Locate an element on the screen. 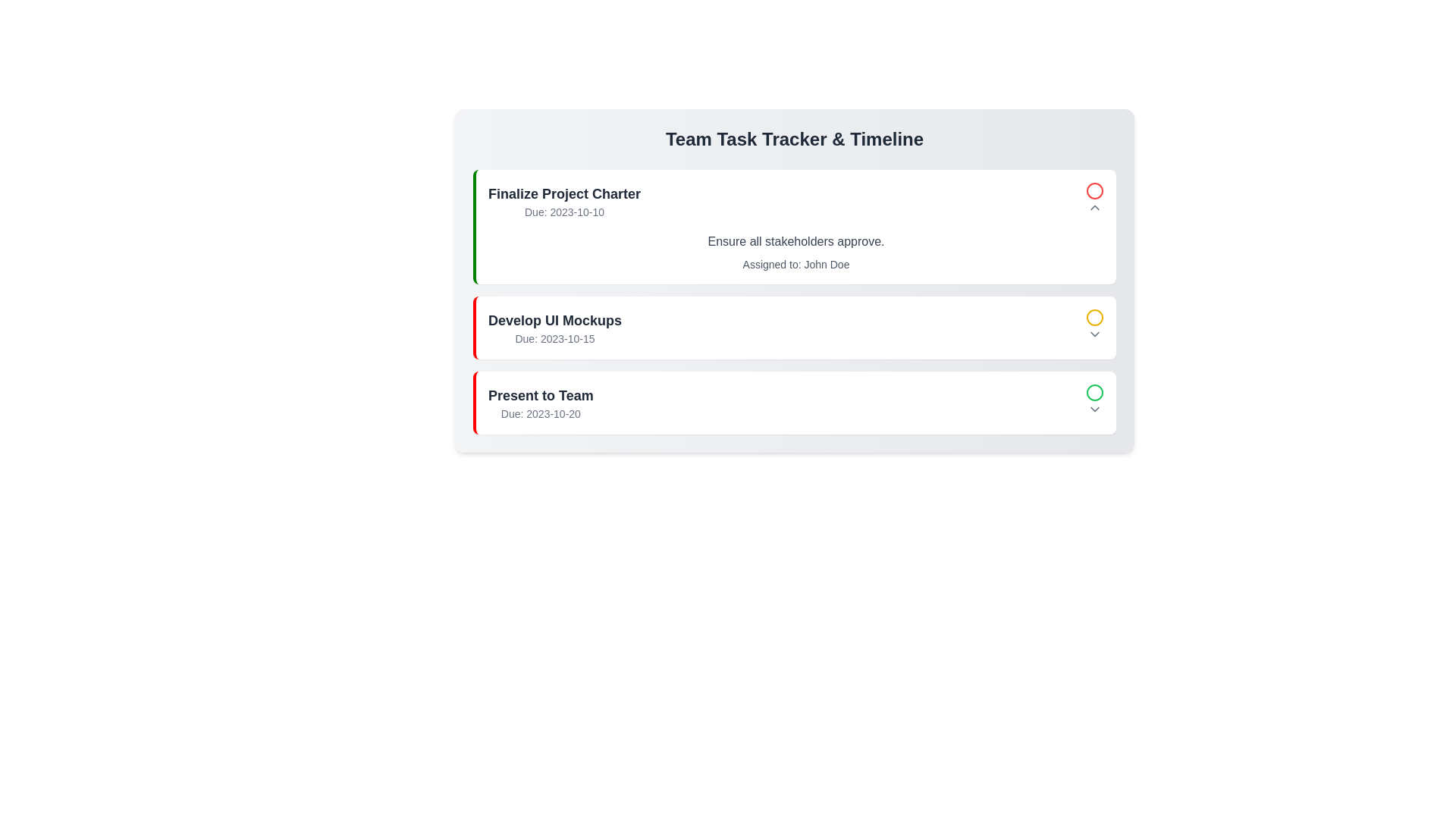 Image resolution: width=1456 pixels, height=819 pixels. the circular visual indicator located in the top-right corner of the first task card, near the dropdown icon is located at coordinates (1095, 190).